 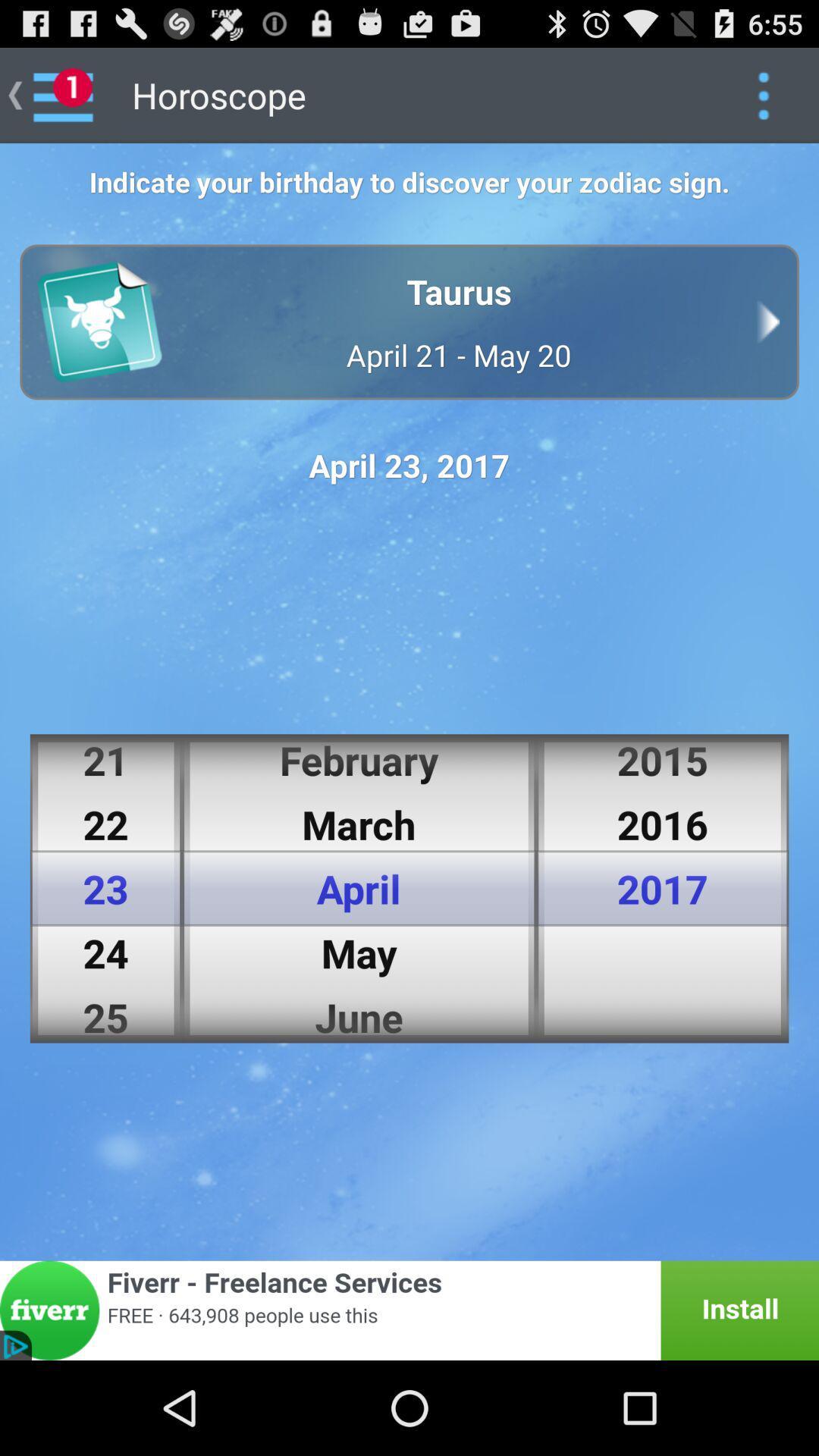 What do you see at coordinates (409, 1310) in the screenshot?
I see `advertisement banner` at bounding box center [409, 1310].